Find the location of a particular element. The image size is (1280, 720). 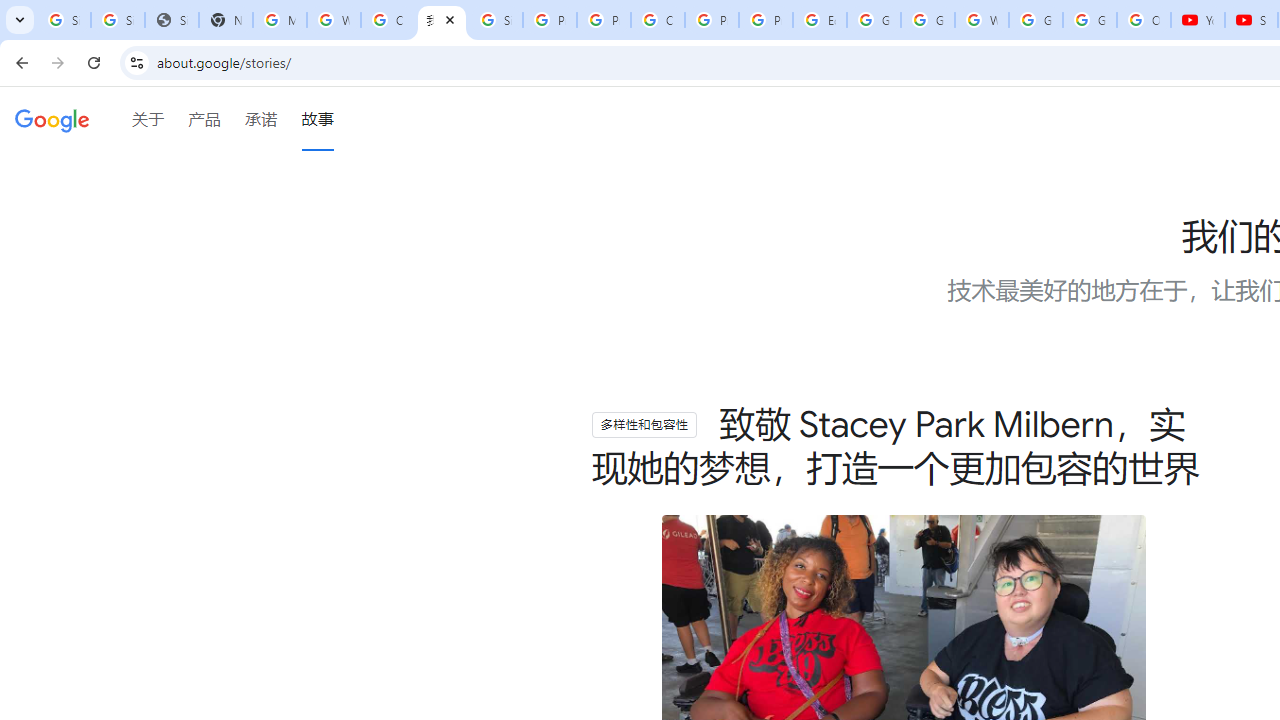

'New Tab' is located at coordinates (225, 20).